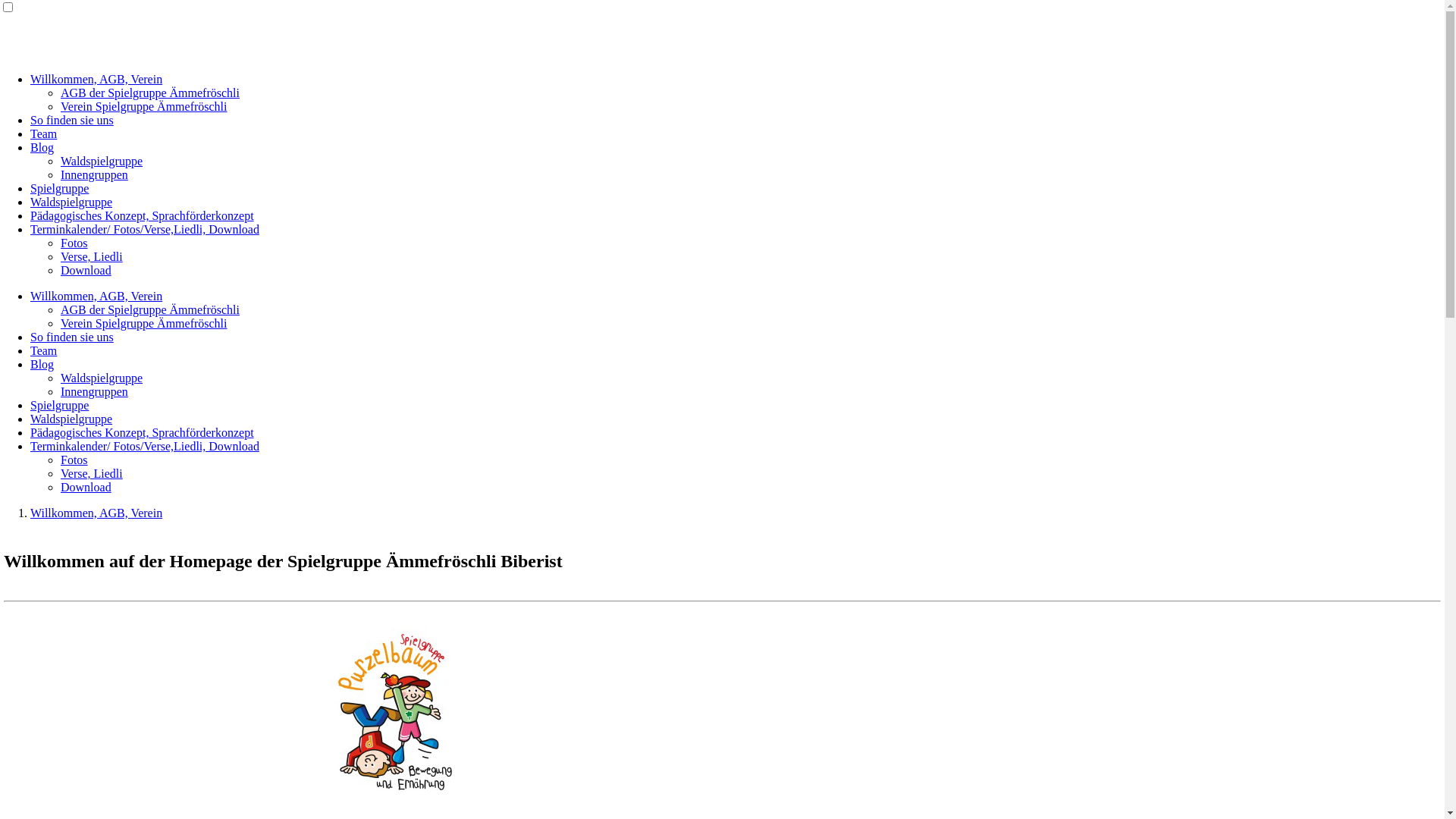 The image size is (1456, 819). I want to click on 'Spielgruppe', so click(59, 187).